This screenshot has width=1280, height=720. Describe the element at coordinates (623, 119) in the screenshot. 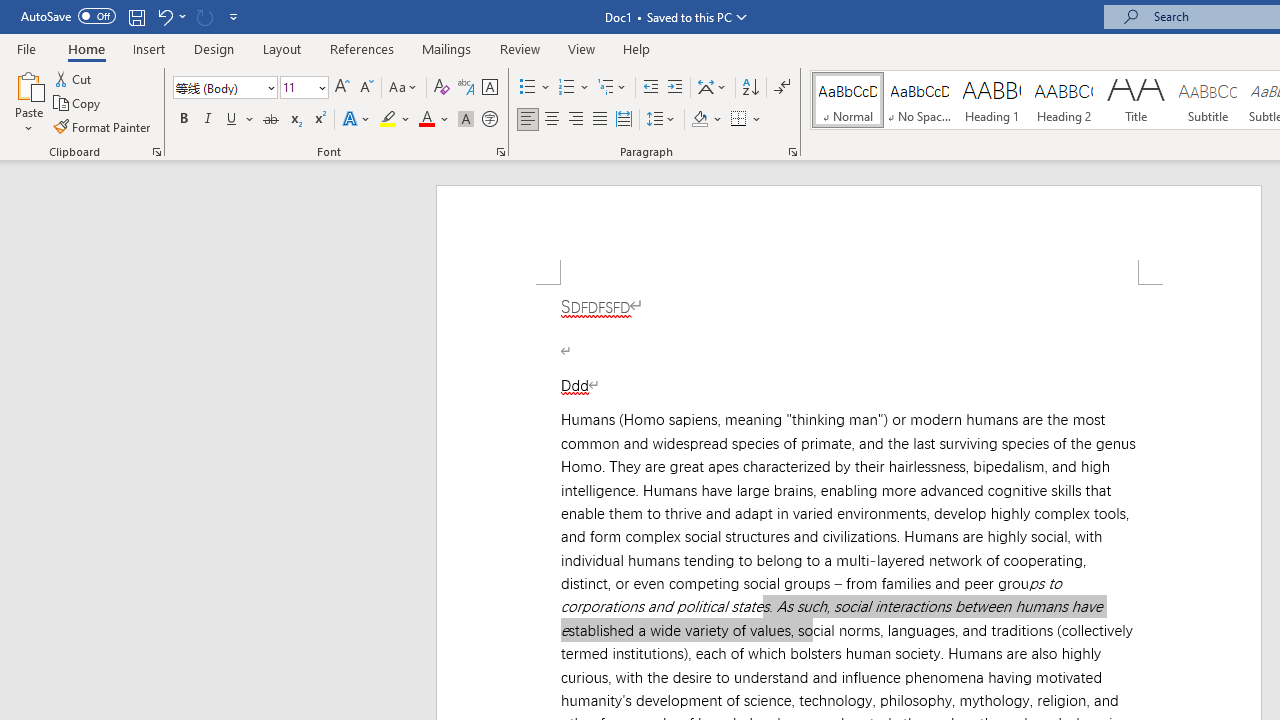

I see `'Distributed'` at that location.